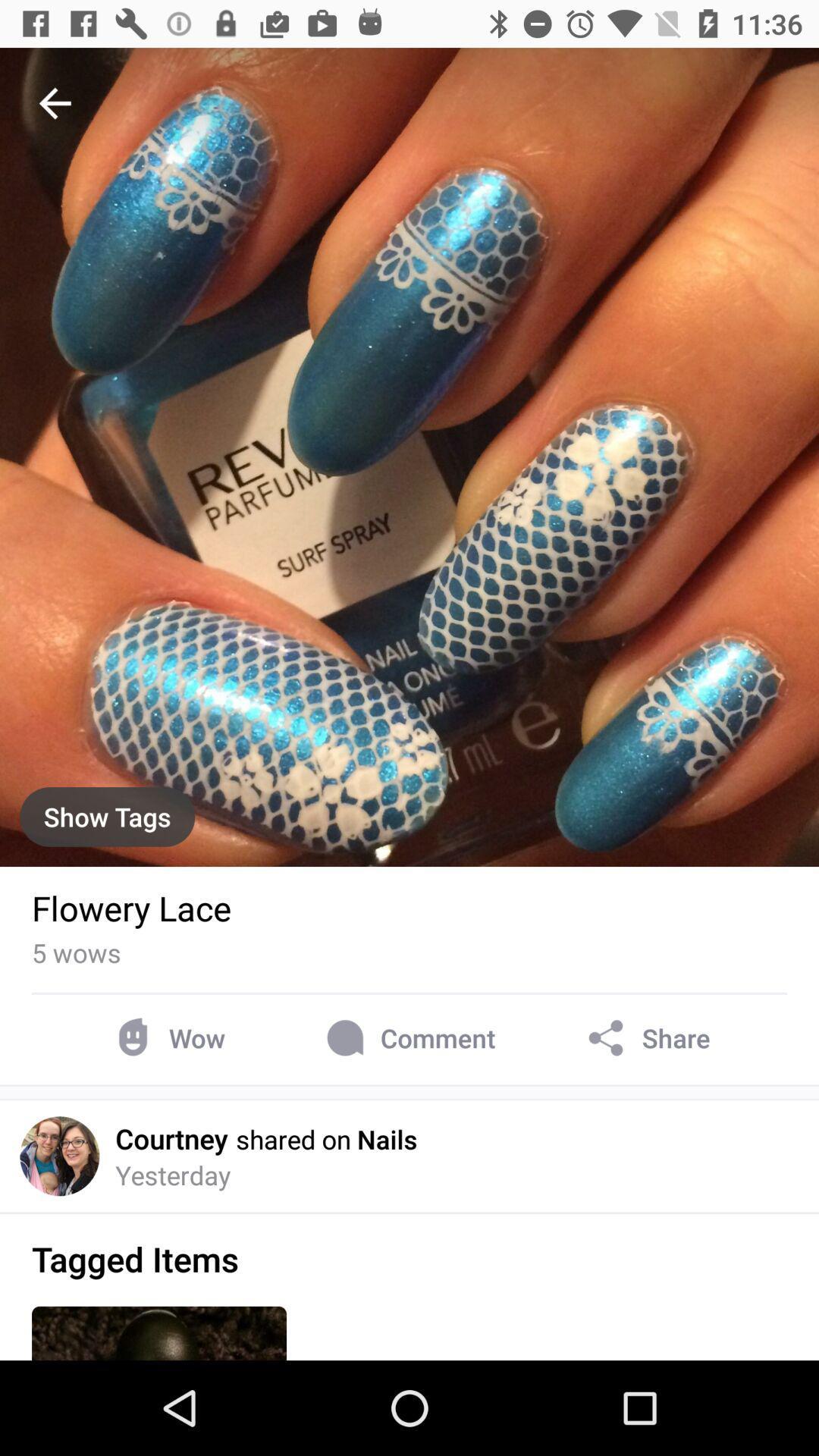 This screenshot has width=819, height=1456. I want to click on comment item, so click(407, 1037).